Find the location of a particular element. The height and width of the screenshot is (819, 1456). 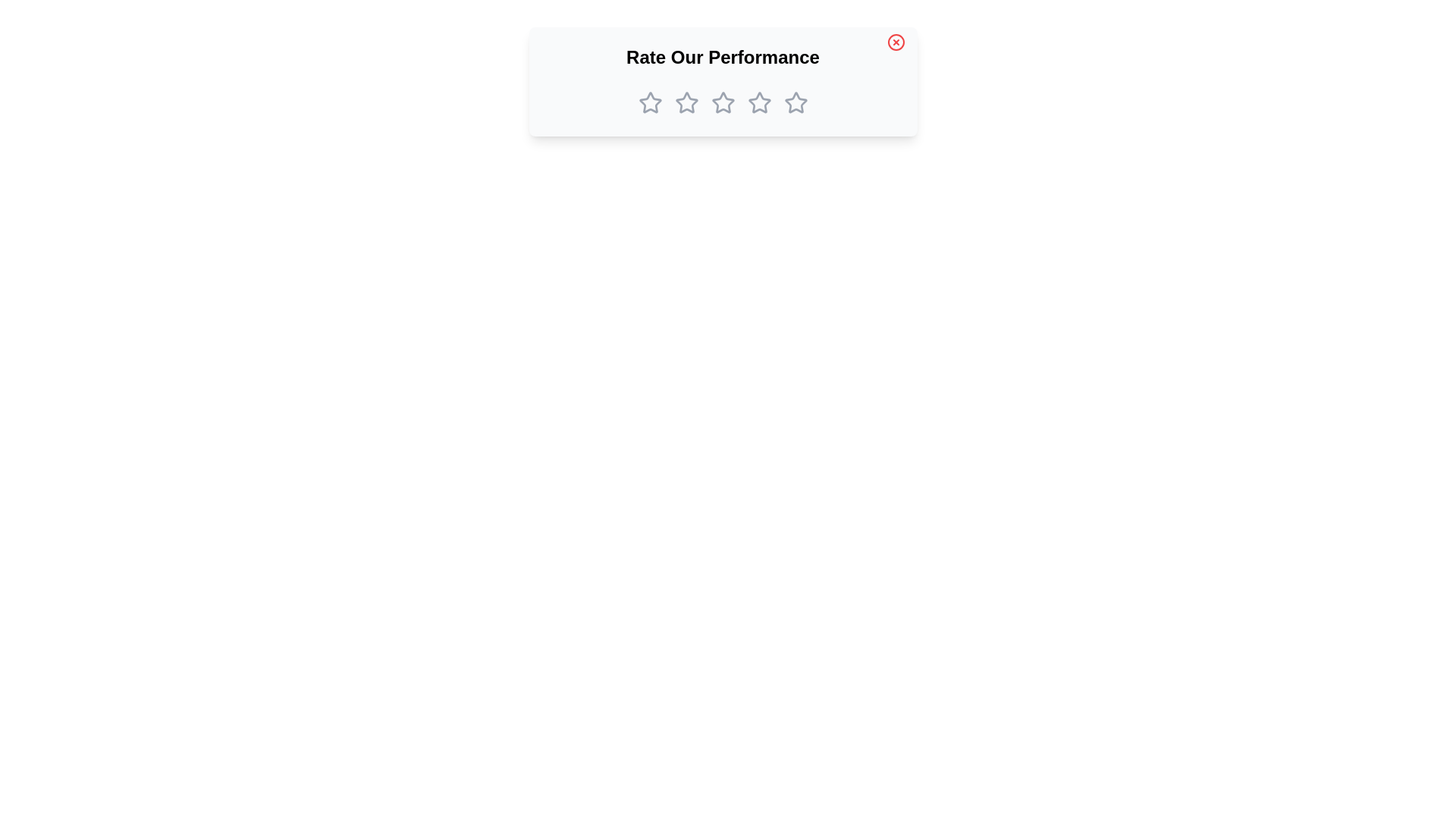

the star corresponding to the desired rating 3 is located at coordinates (722, 102).